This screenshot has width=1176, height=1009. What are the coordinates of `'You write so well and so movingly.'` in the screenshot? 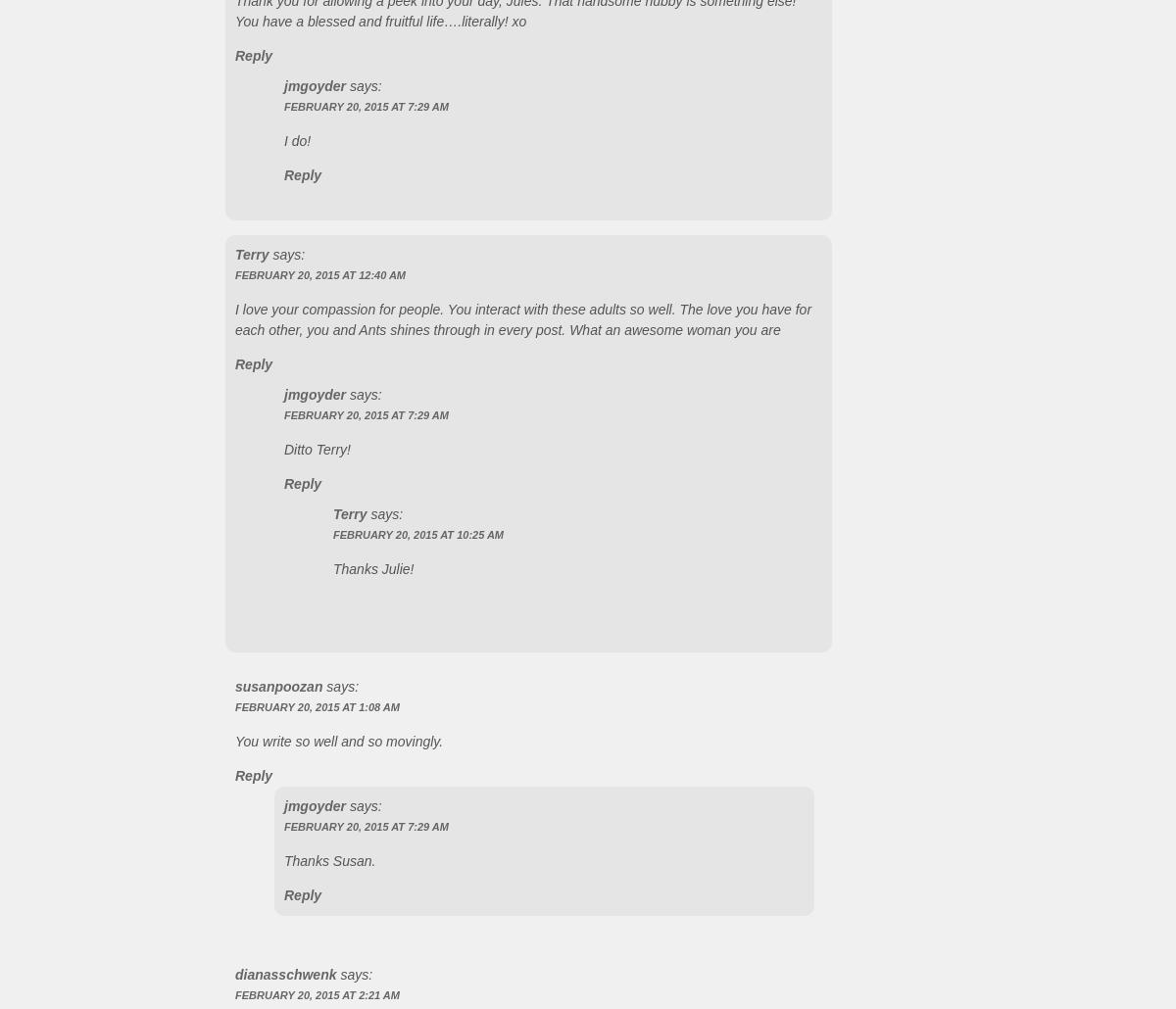 It's located at (338, 741).